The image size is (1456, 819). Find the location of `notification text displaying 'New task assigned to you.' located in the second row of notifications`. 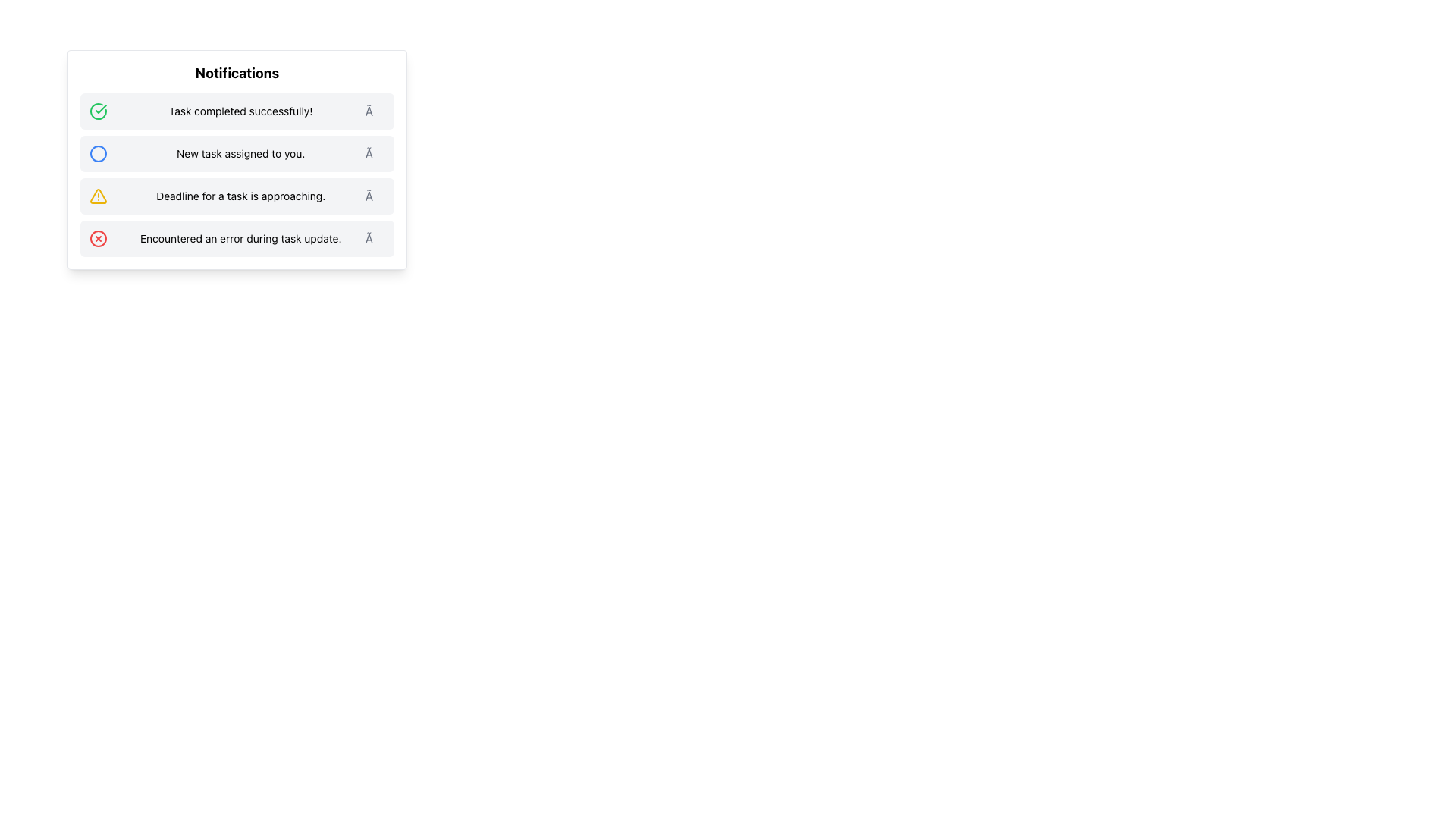

notification text displaying 'New task assigned to you.' located in the second row of notifications is located at coordinates (240, 154).